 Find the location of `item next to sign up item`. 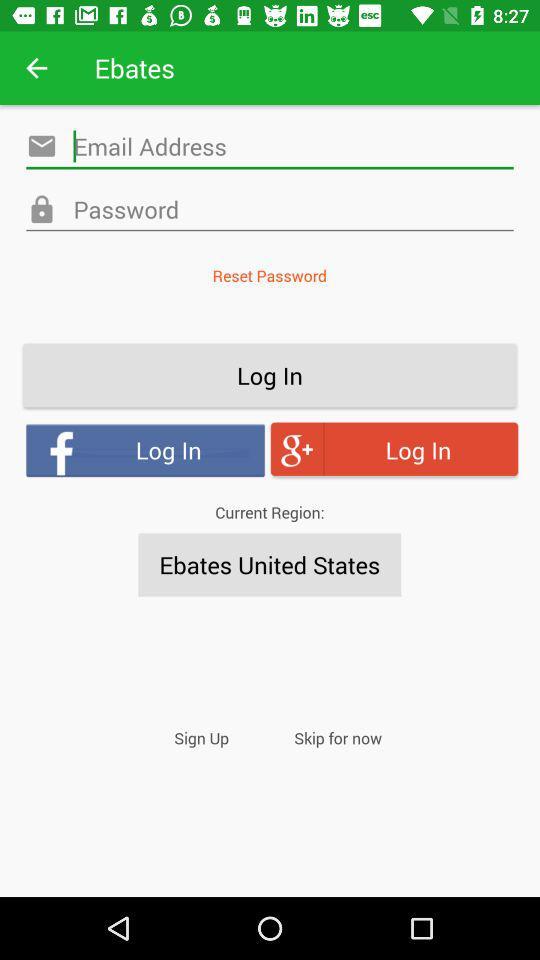

item next to sign up item is located at coordinates (337, 737).